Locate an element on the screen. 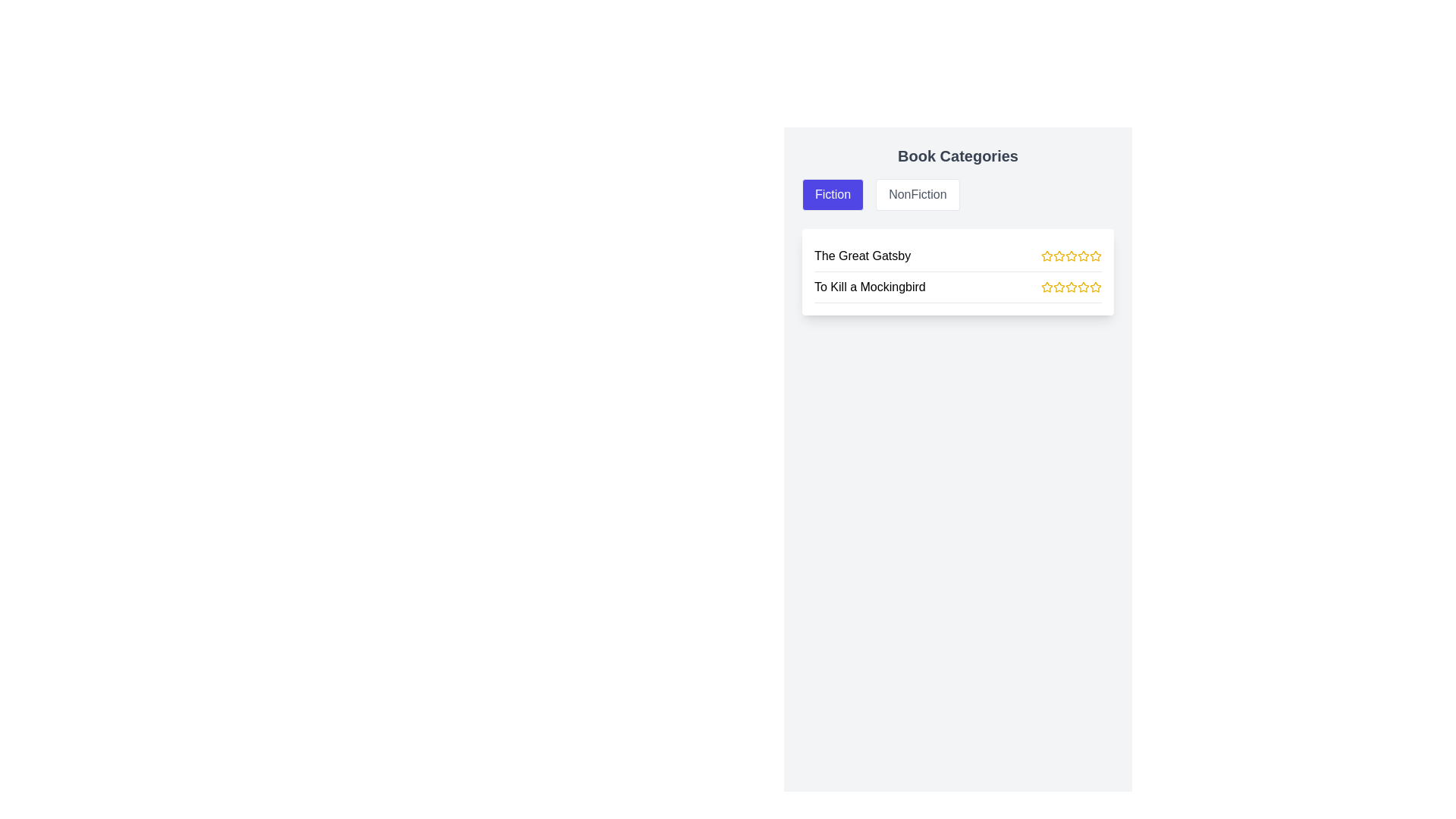 This screenshot has width=1456, height=819. the first star-shaped icon is located at coordinates (1058, 255).